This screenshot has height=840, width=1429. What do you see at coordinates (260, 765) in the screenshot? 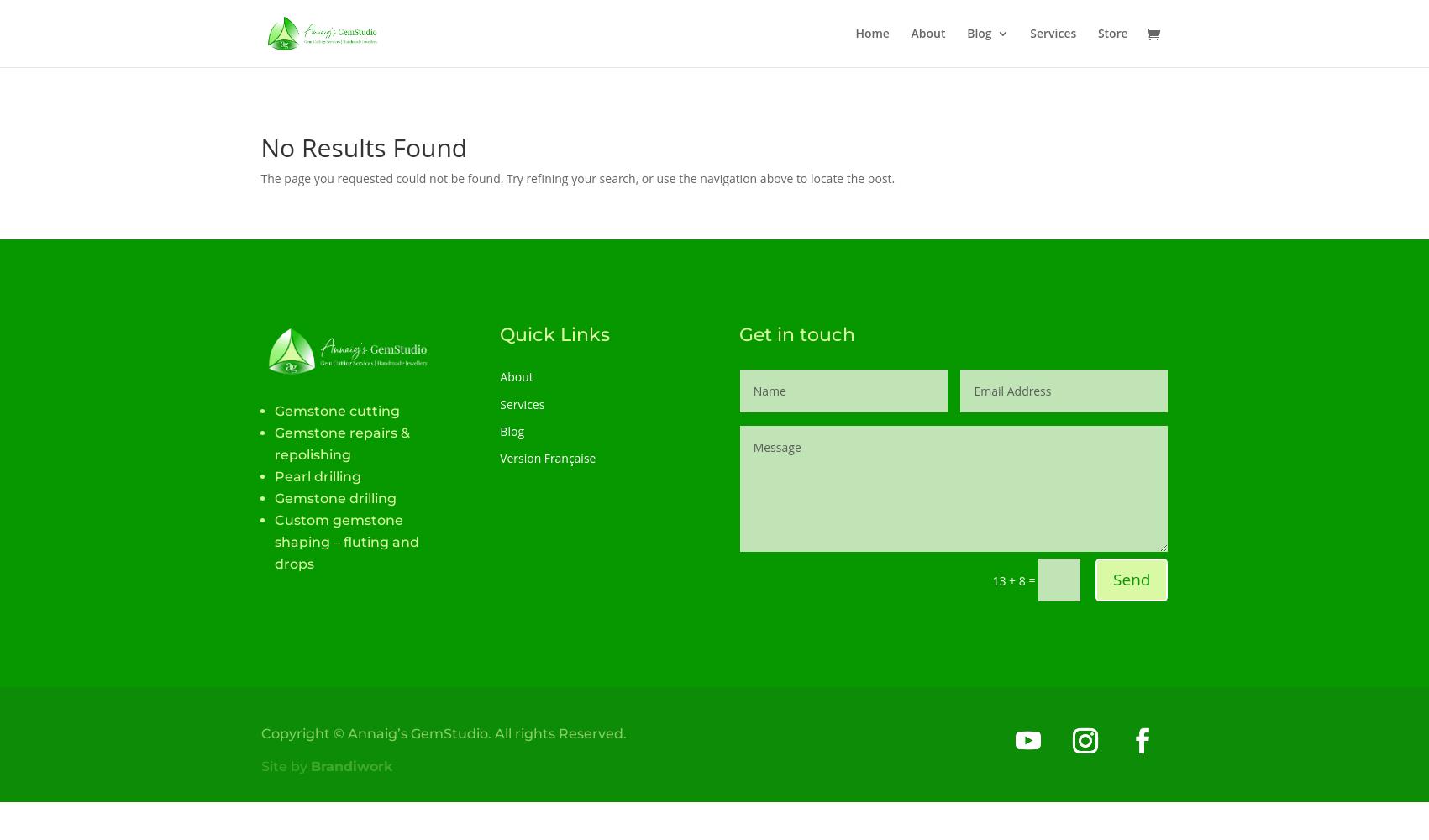
I see `'Site by'` at bounding box center [260, 765].